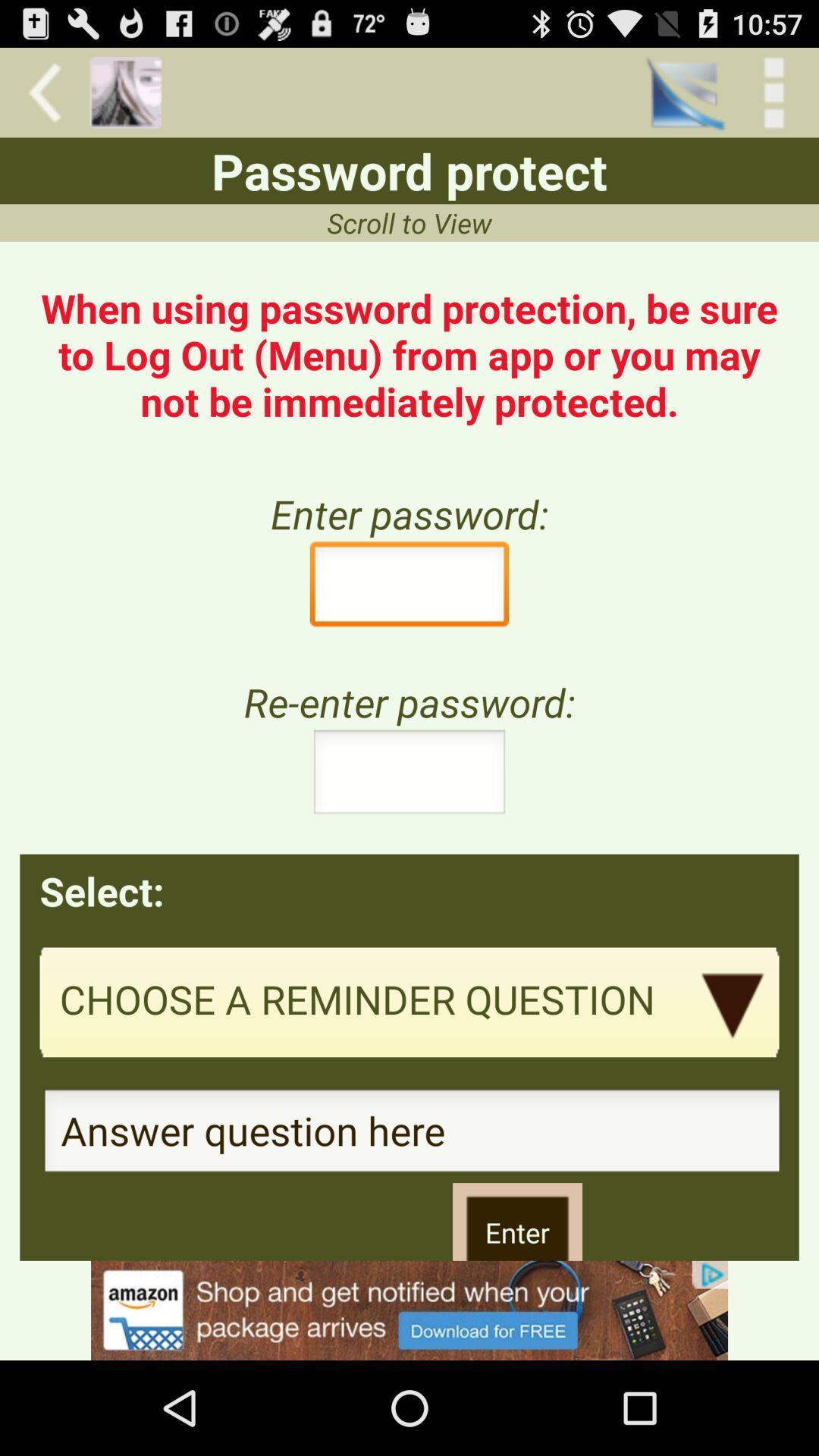 This screenshot has height=1456, width=819. What do you see at coordinates (409, 588) in the screenshot?
I see `enter password text field` at bounding box center [409, 588].